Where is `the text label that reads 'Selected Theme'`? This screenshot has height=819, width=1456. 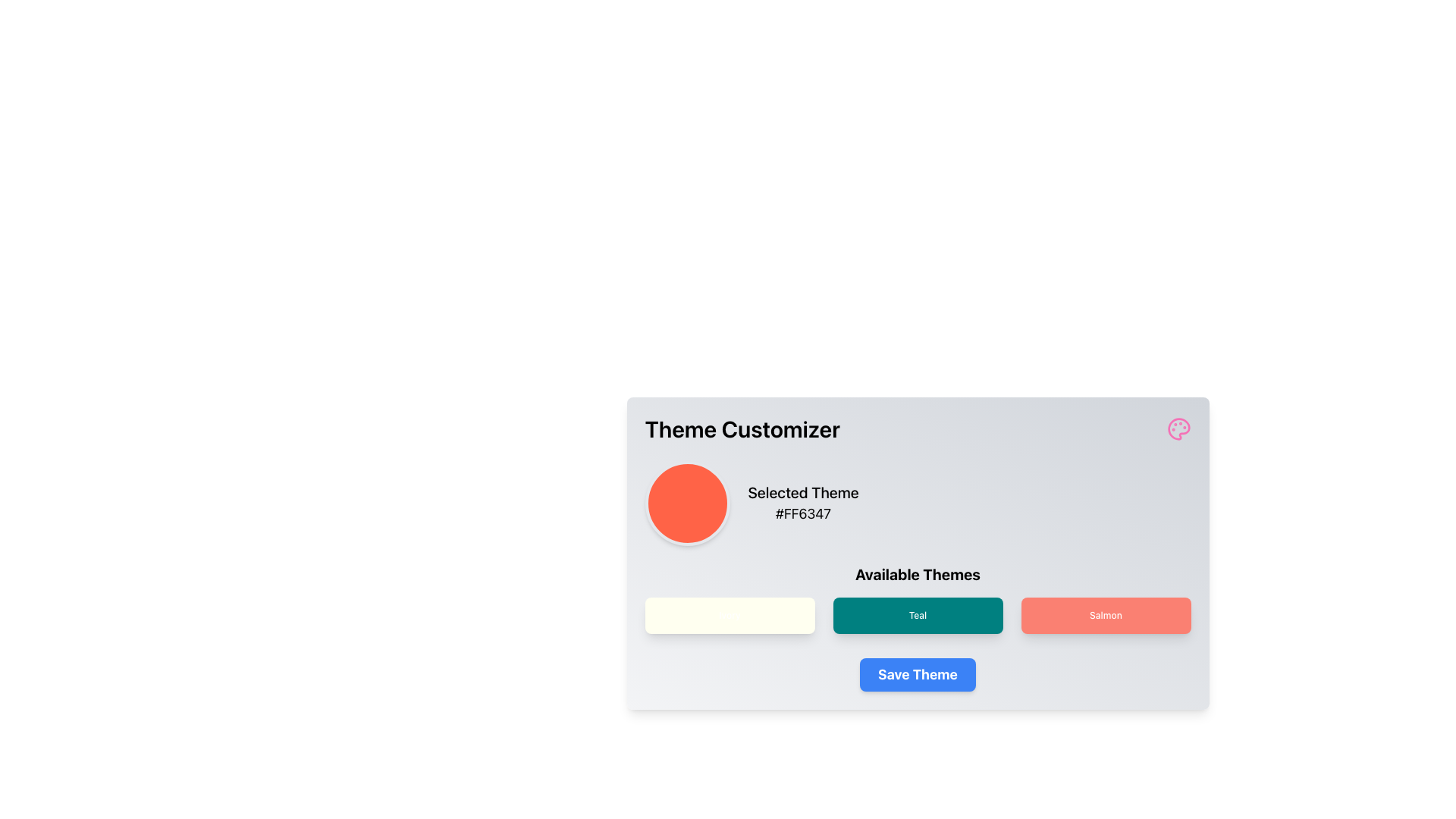 the text label that reads 'Selected Theme' is located at coordinates (802, 503).